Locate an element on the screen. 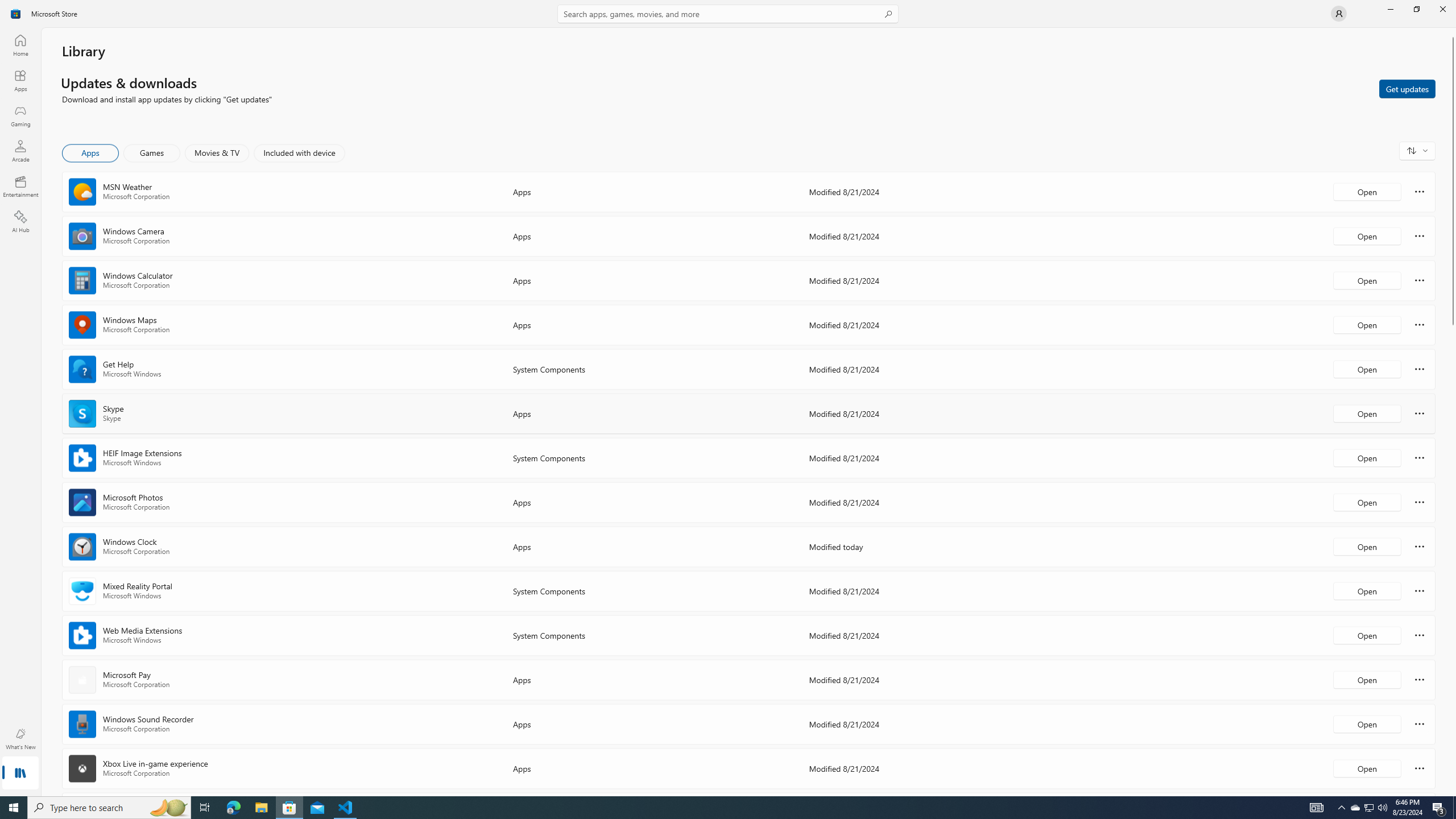 This screenshot has width=1456, height=819. 'Arcade' is located at coordinates (19, 150).